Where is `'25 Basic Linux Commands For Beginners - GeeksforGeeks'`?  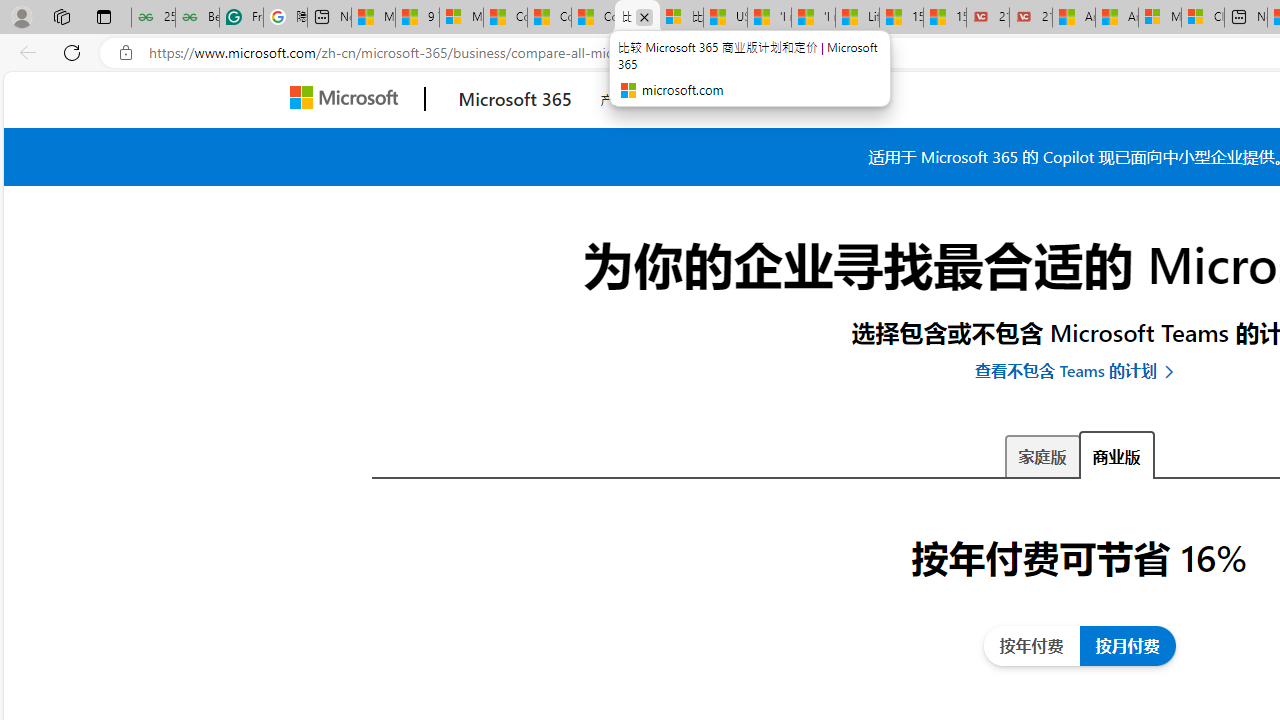
'25 Basic Linux Commands For Beginners - GeeksforGeeks' is located at coordinates (152, 17).